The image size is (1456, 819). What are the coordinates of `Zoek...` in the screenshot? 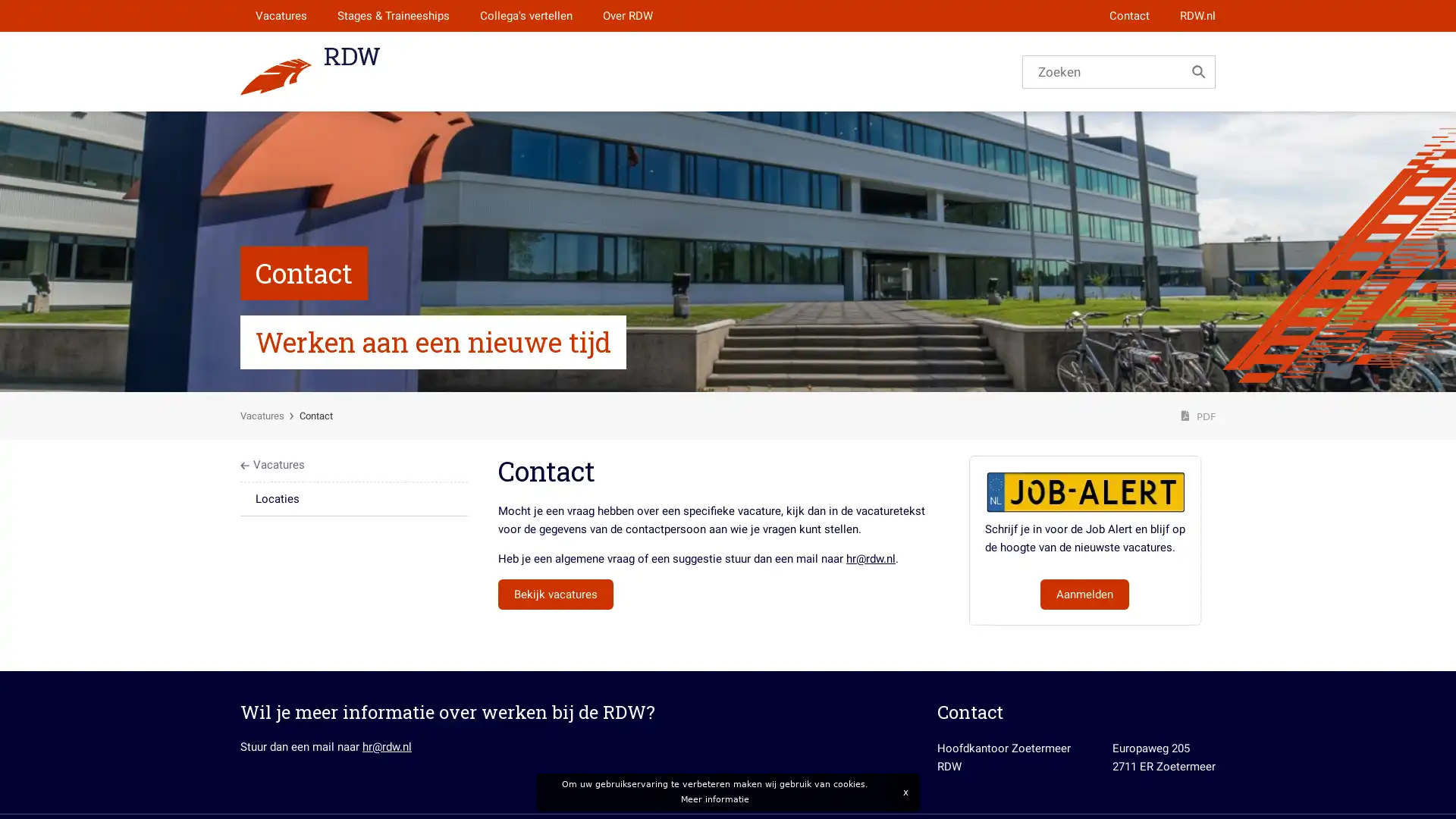 It's located at (1197, 71).